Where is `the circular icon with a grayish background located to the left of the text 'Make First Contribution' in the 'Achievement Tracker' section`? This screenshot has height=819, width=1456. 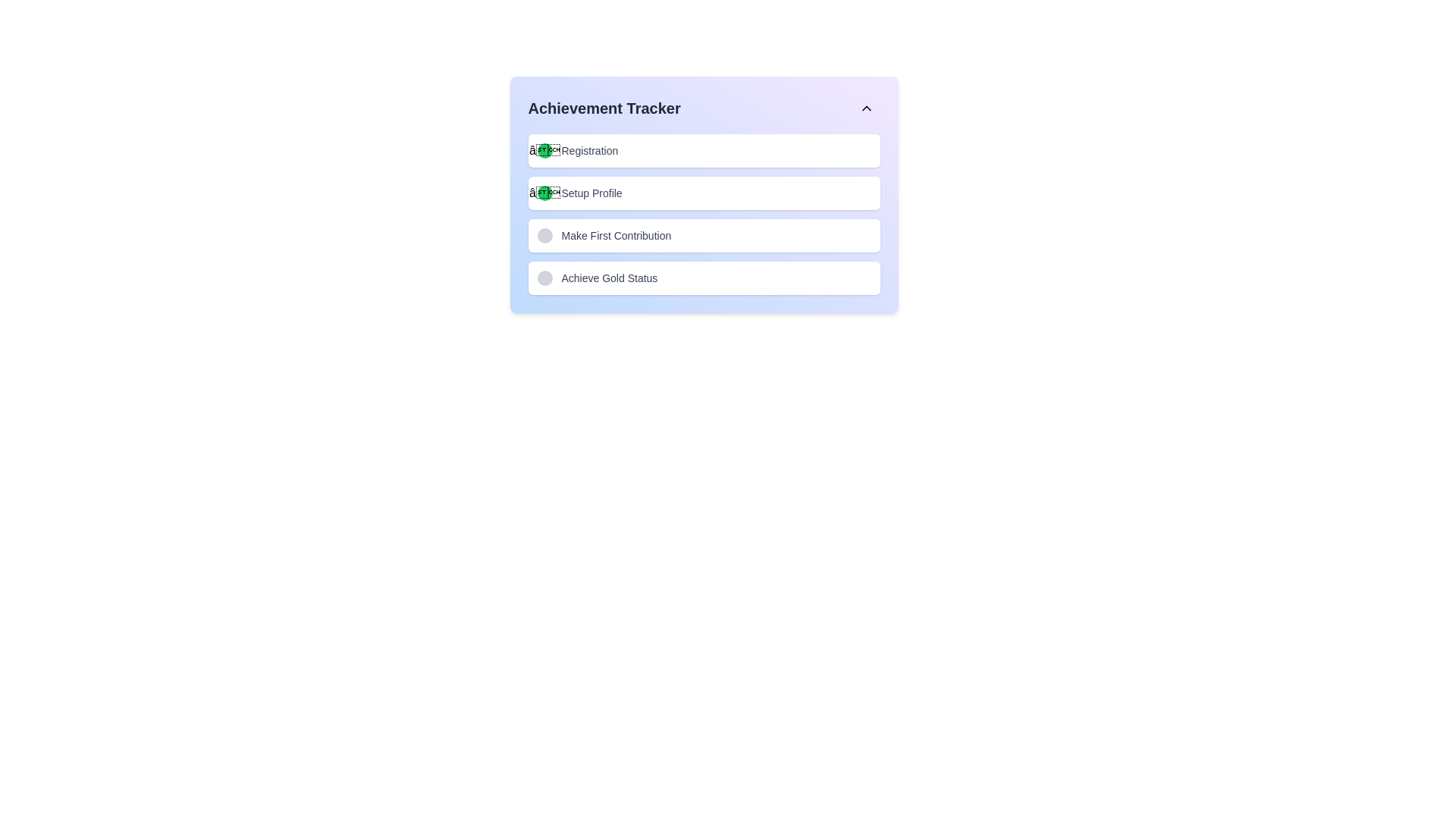 the circular icon with a grayish background located to the left of the text 'Make First Contribution' in the 'Achievement Tracker' section is located at coordinates (544, 236).